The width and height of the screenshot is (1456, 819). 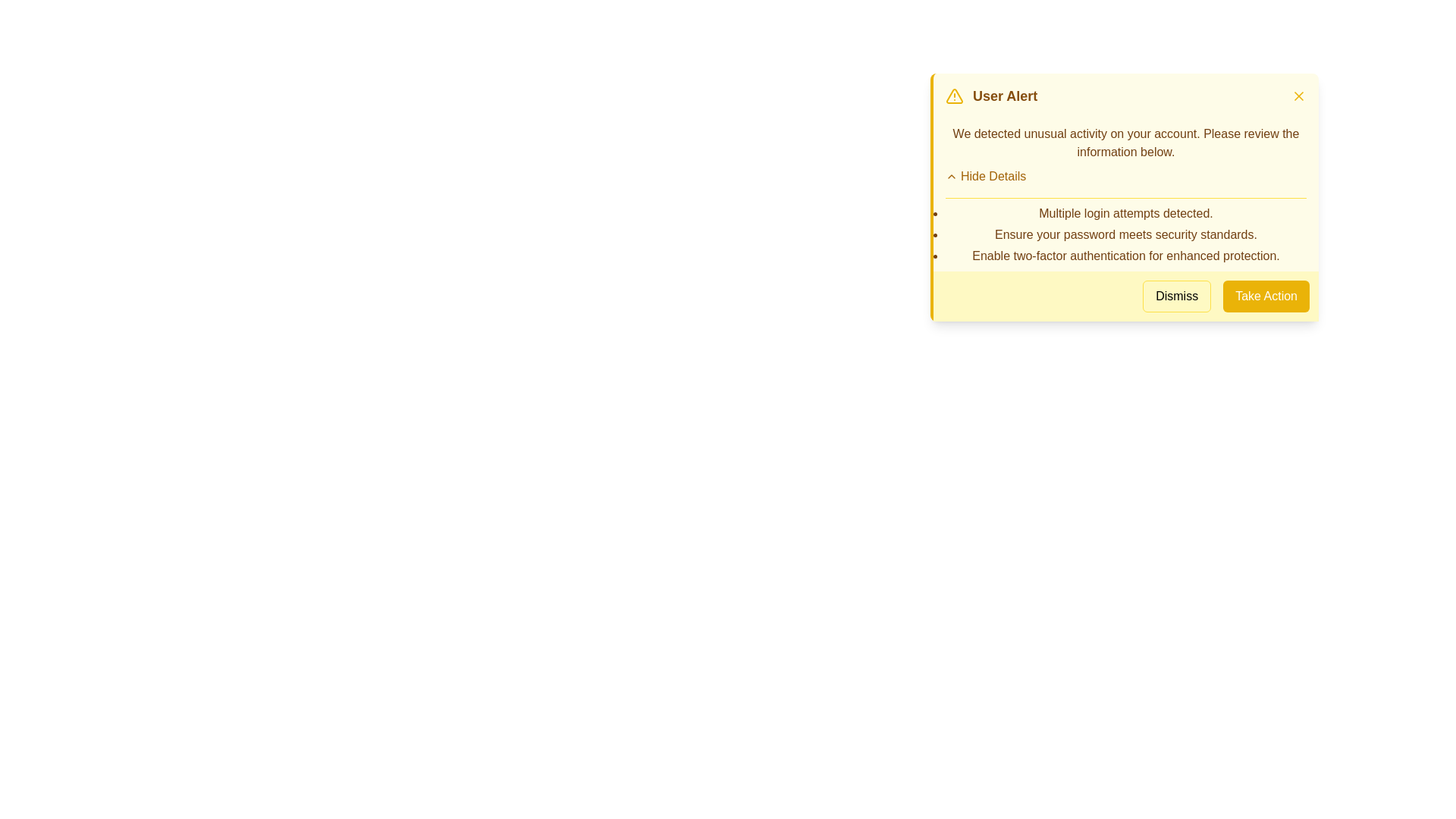 What do you see at coordinates (1125, 213) in the screenshot?
I see `the text 'Multiple login attempts detected.' which is styled in a readable font and displayed in a yellowish alert box, positioned above other security advice text` at bounding box center [1125, 213].